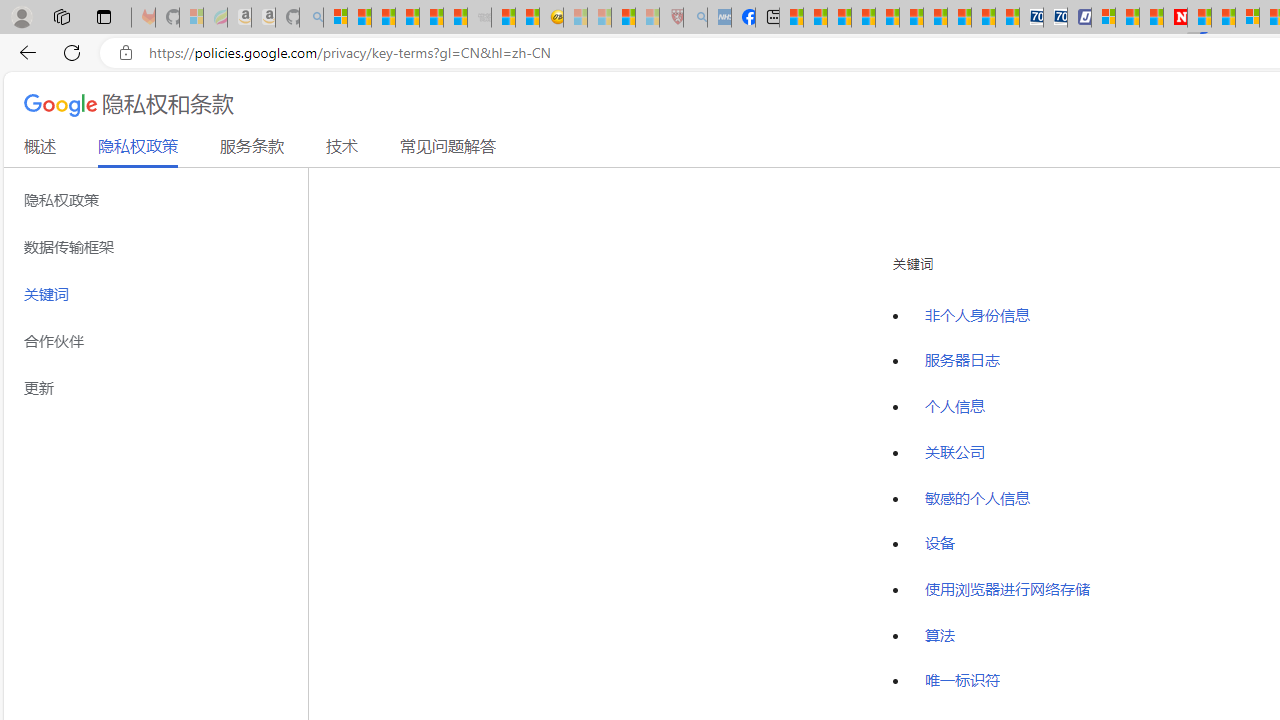  I want to click on 'Combat Siege - Sleeping', so click(480, 17).